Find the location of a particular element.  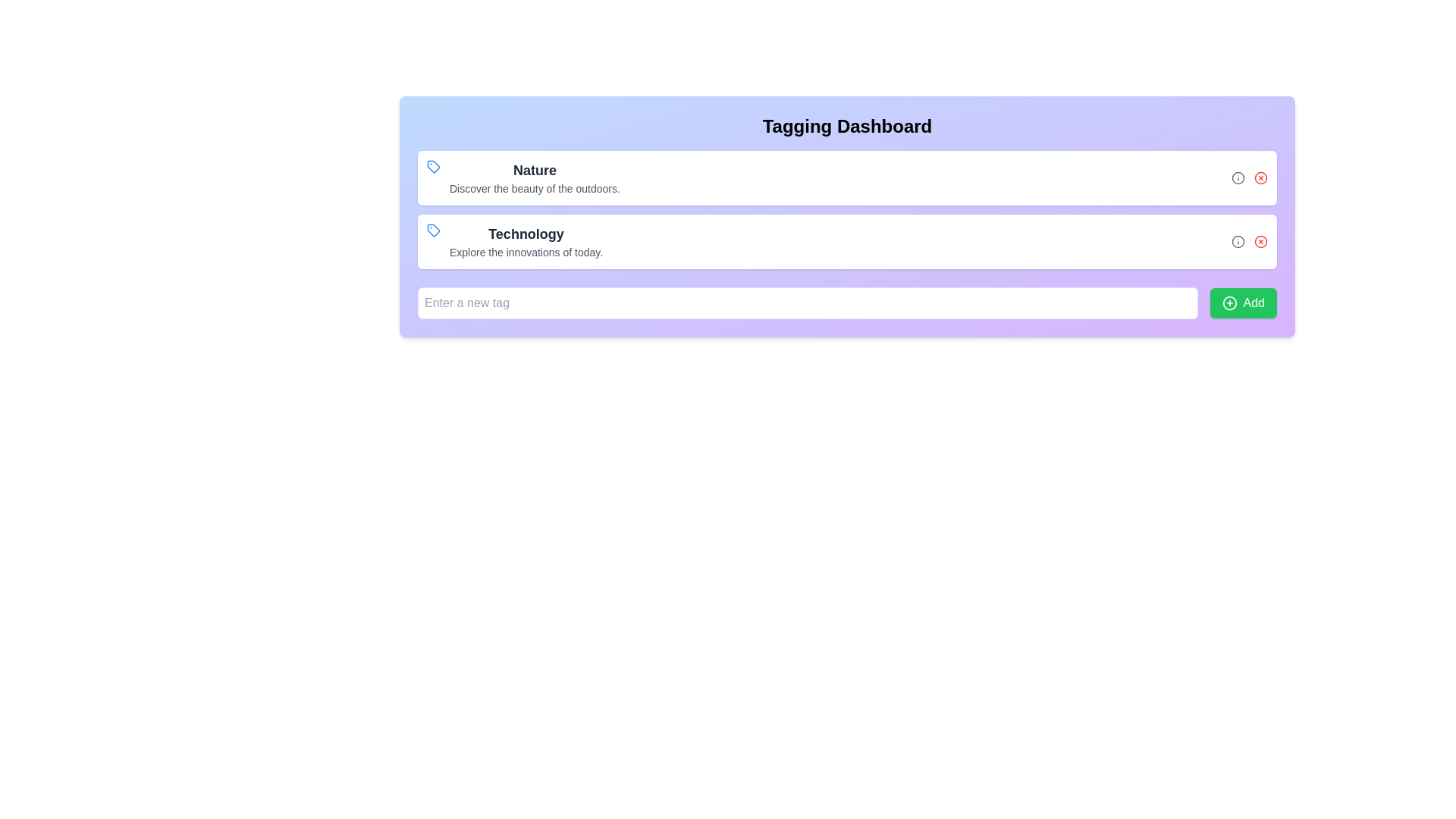

the descriptive text element displaying 'Explore the innovations of today.' which is located directly beneath the header title 'Technology' is located at coordinates (526, 251).